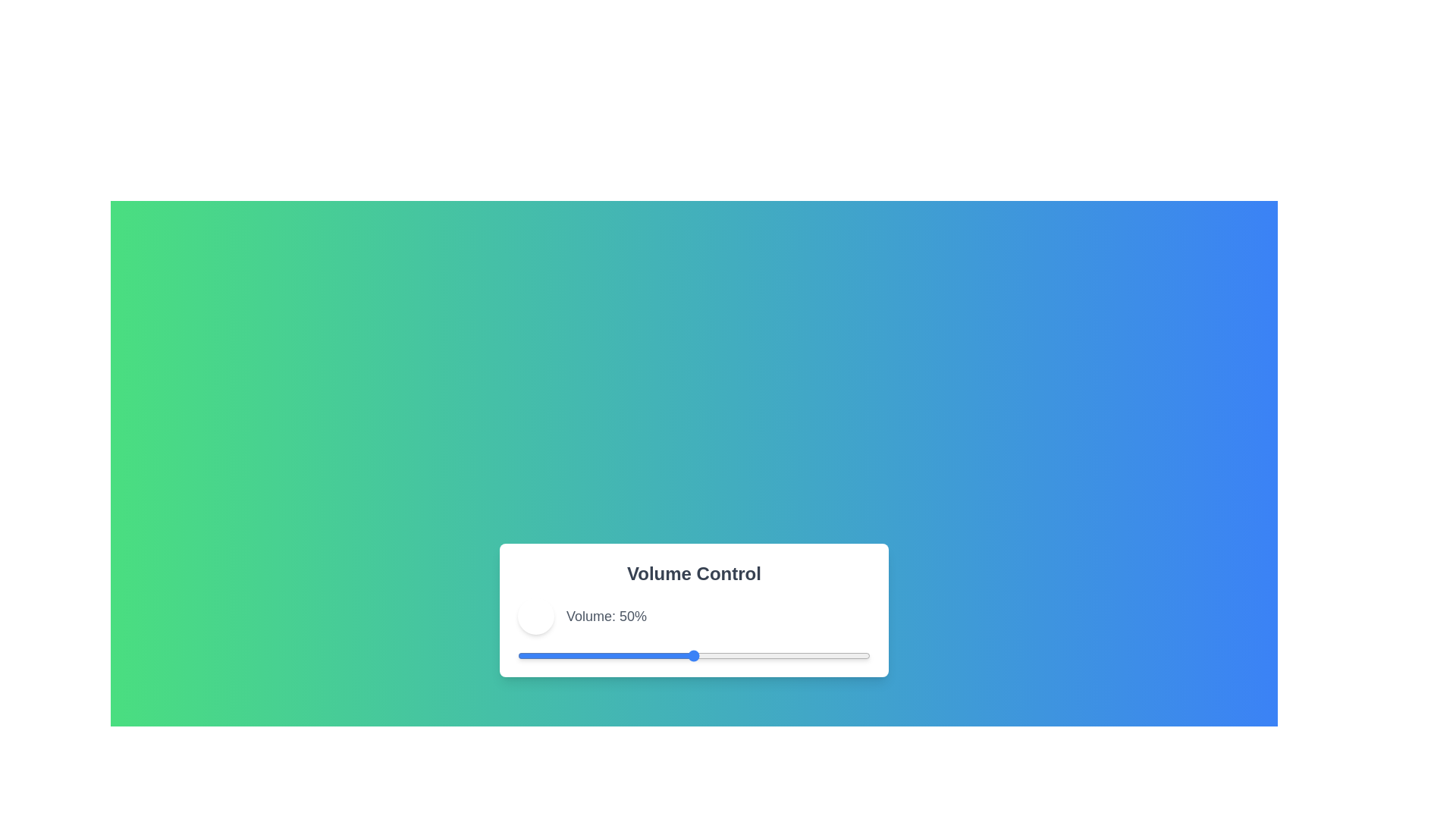  What do you see at coordinates (517, 654) in the screenshot?
I see `the slider` at bounding box center [517, 654].